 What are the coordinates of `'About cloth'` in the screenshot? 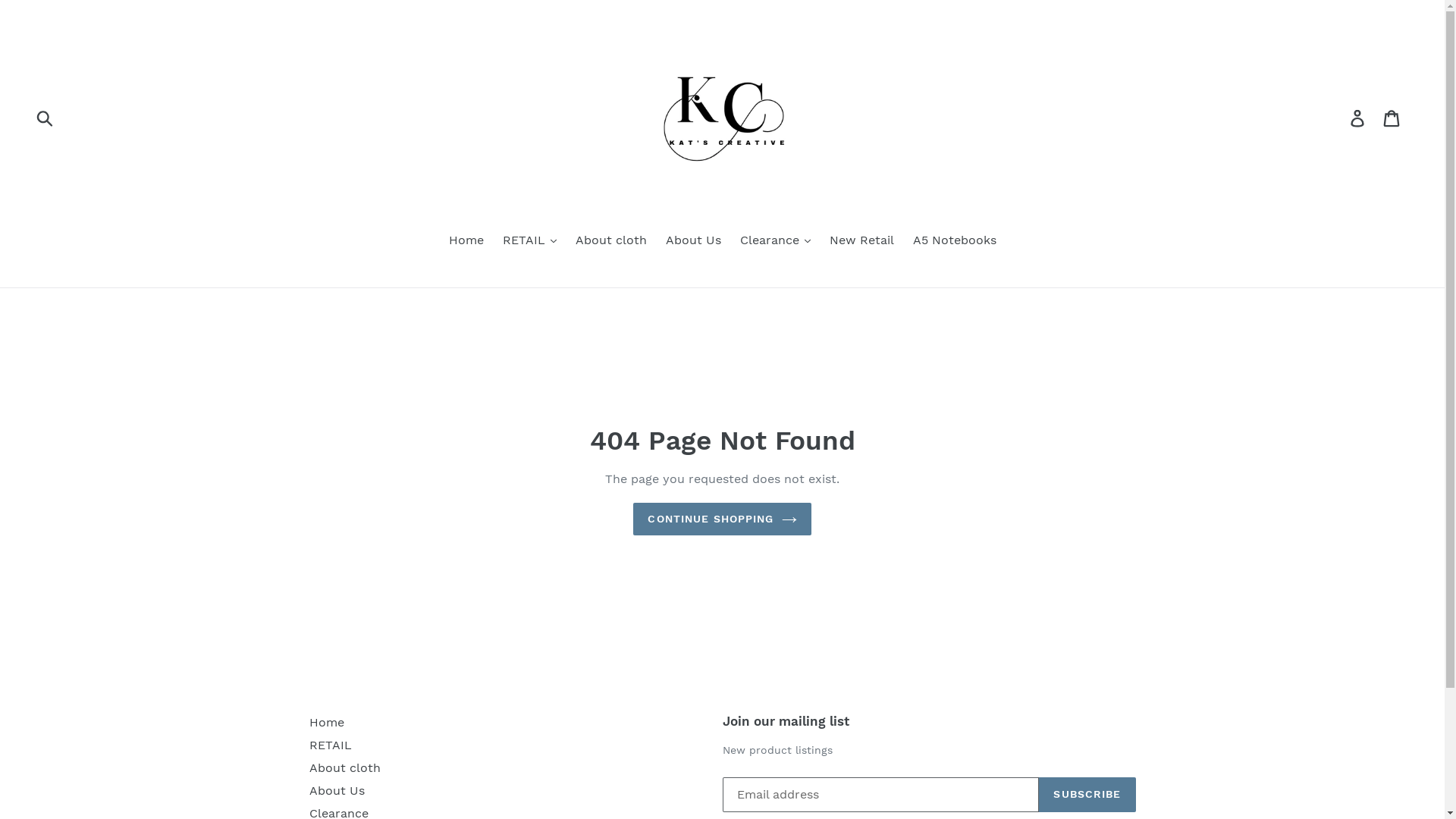 It's located at (344, 767).